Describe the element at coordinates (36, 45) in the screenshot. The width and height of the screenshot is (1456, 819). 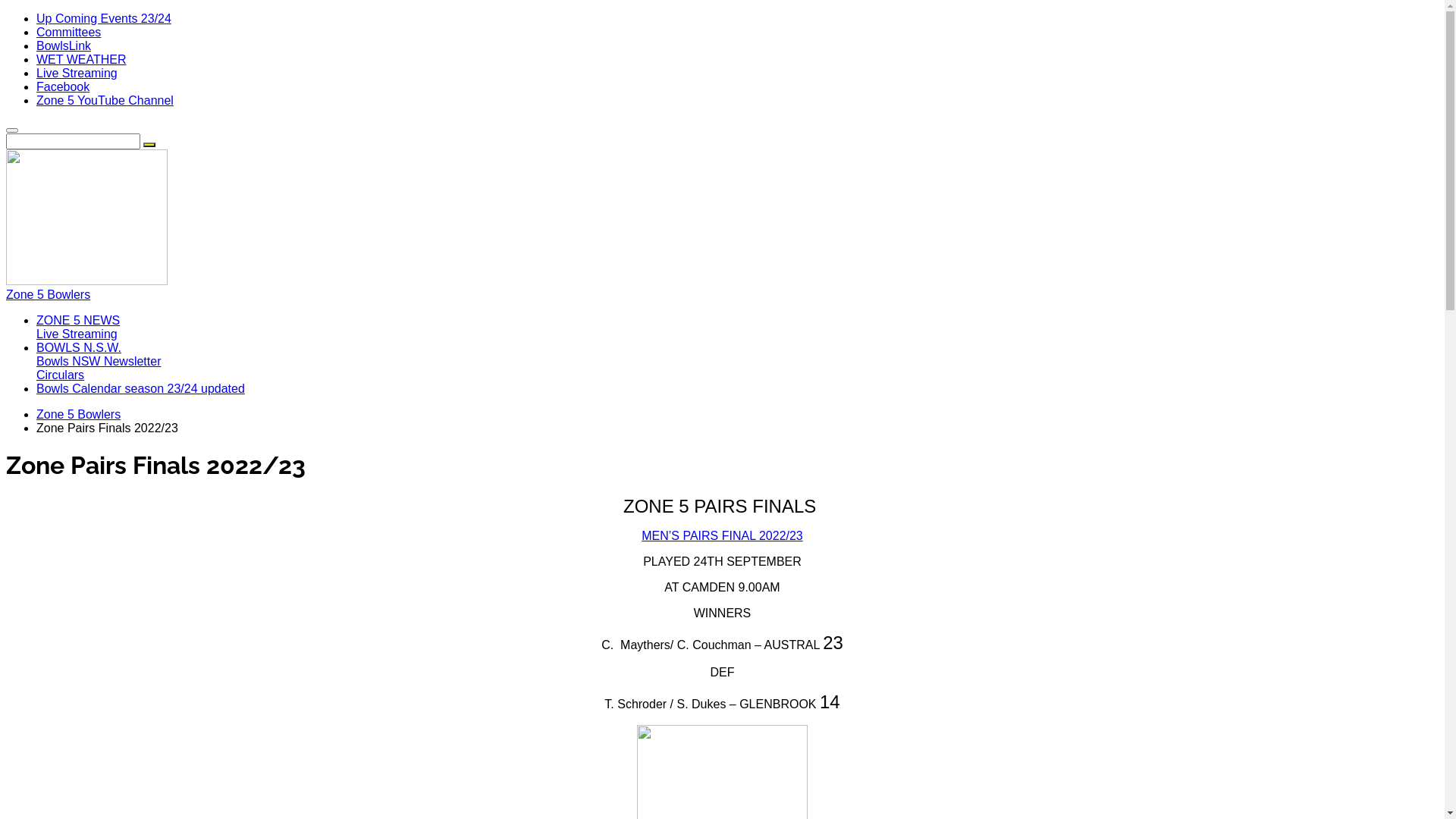
I see `'BowlsLink'` at that location.